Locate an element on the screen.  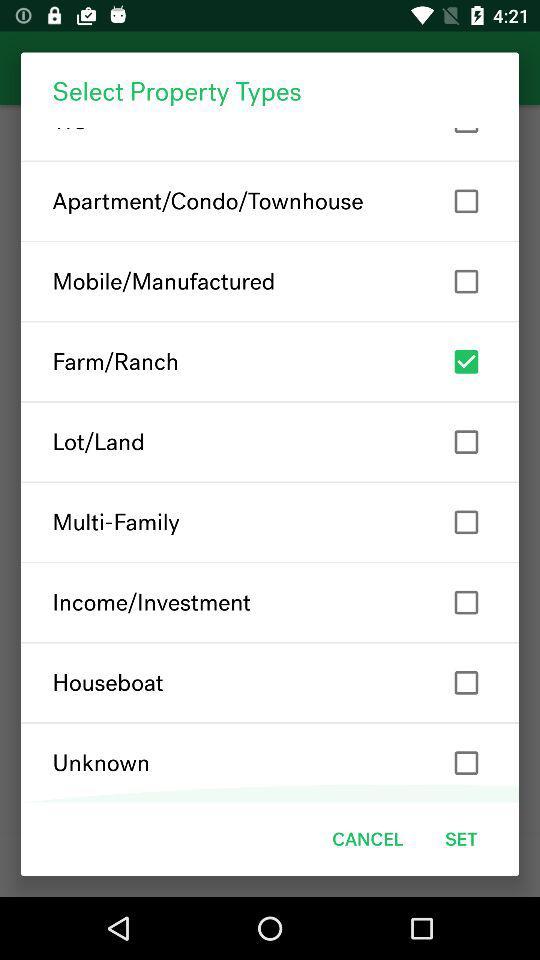
icon next to set item is located at coordinates (366, 839).